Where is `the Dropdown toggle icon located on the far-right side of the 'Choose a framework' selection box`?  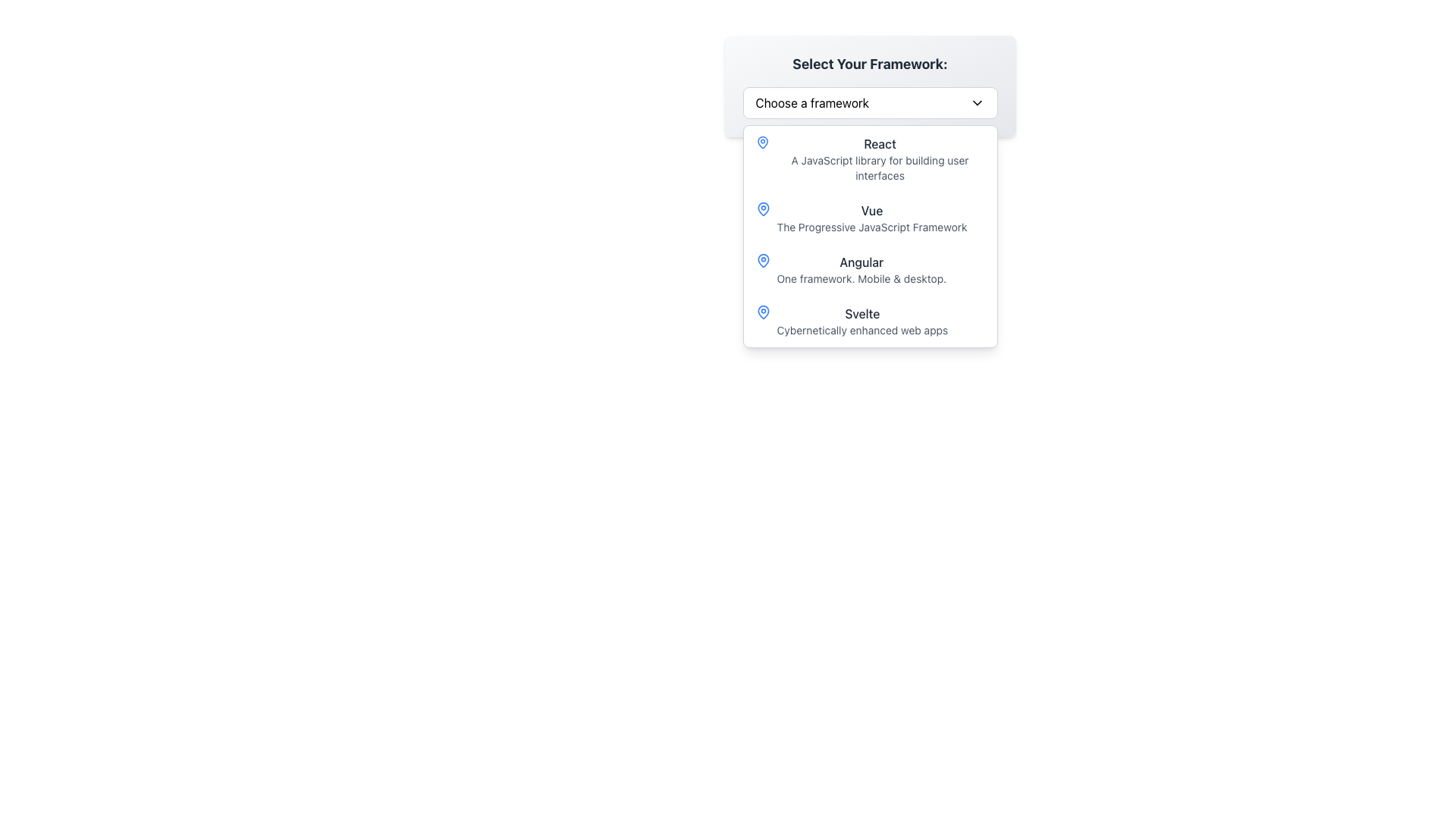
the Dropdown toggle icon located on the far-right side of the 'Choose a framework' selection box is located at coordinates (977, 102).